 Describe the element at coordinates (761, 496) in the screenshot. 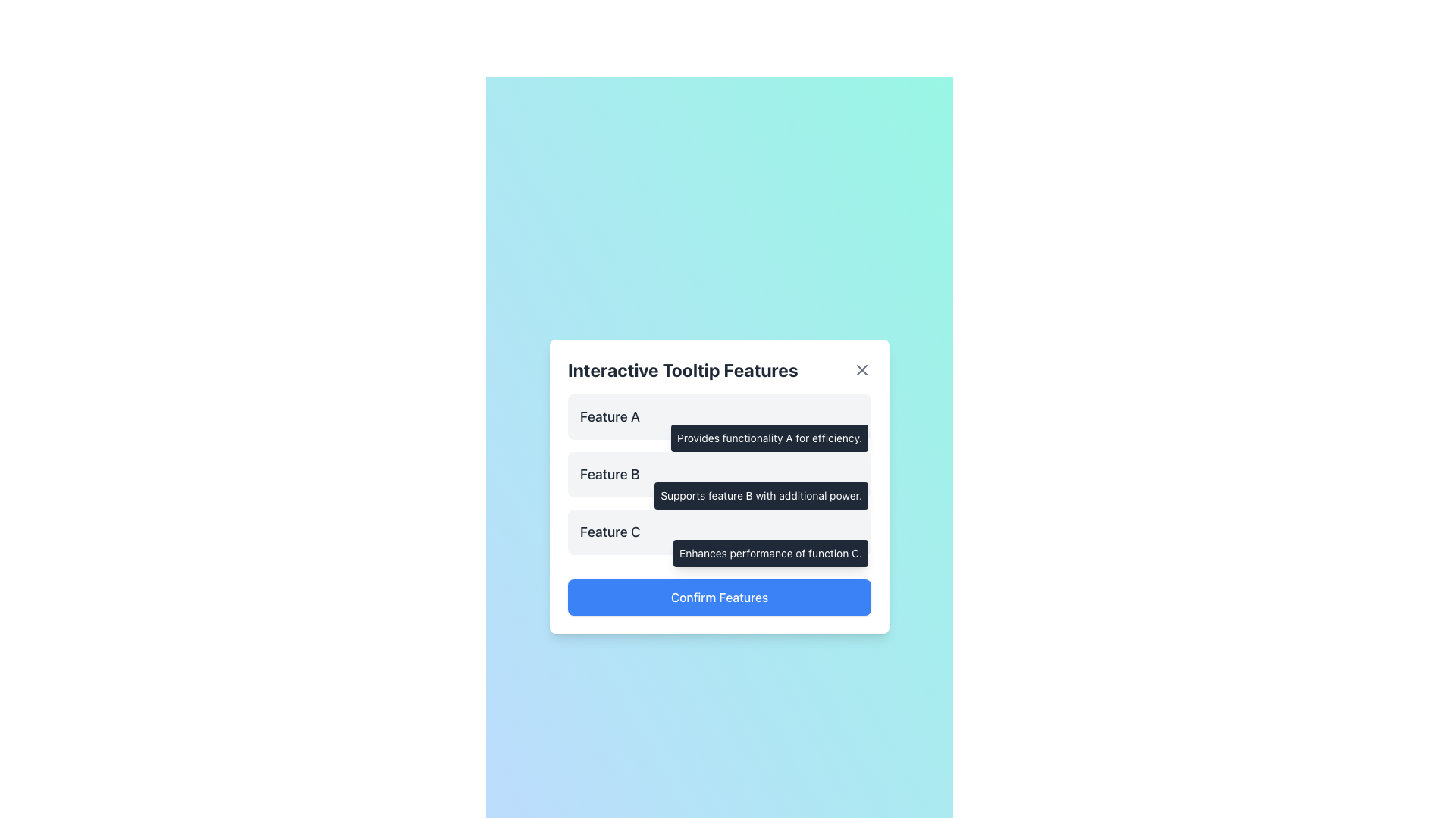

I see `tooltip that appears as a dark gray rectangular box with rounded corners, containing the text 'Supports feature B with additional power.' located to the right of the 'Feature B' label` at that location.